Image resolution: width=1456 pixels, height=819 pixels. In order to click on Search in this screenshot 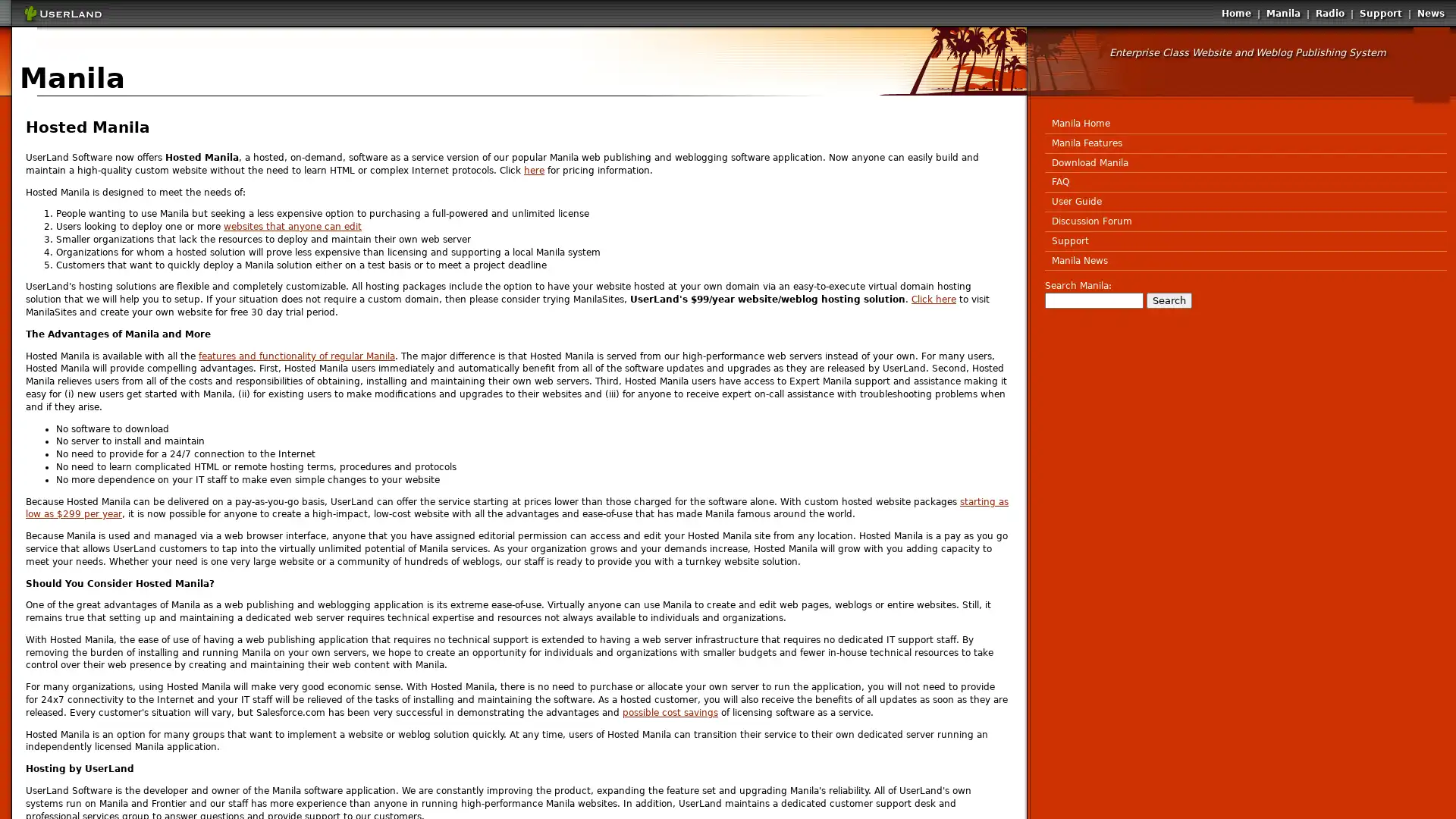, I will do `click(1168, 300)`.